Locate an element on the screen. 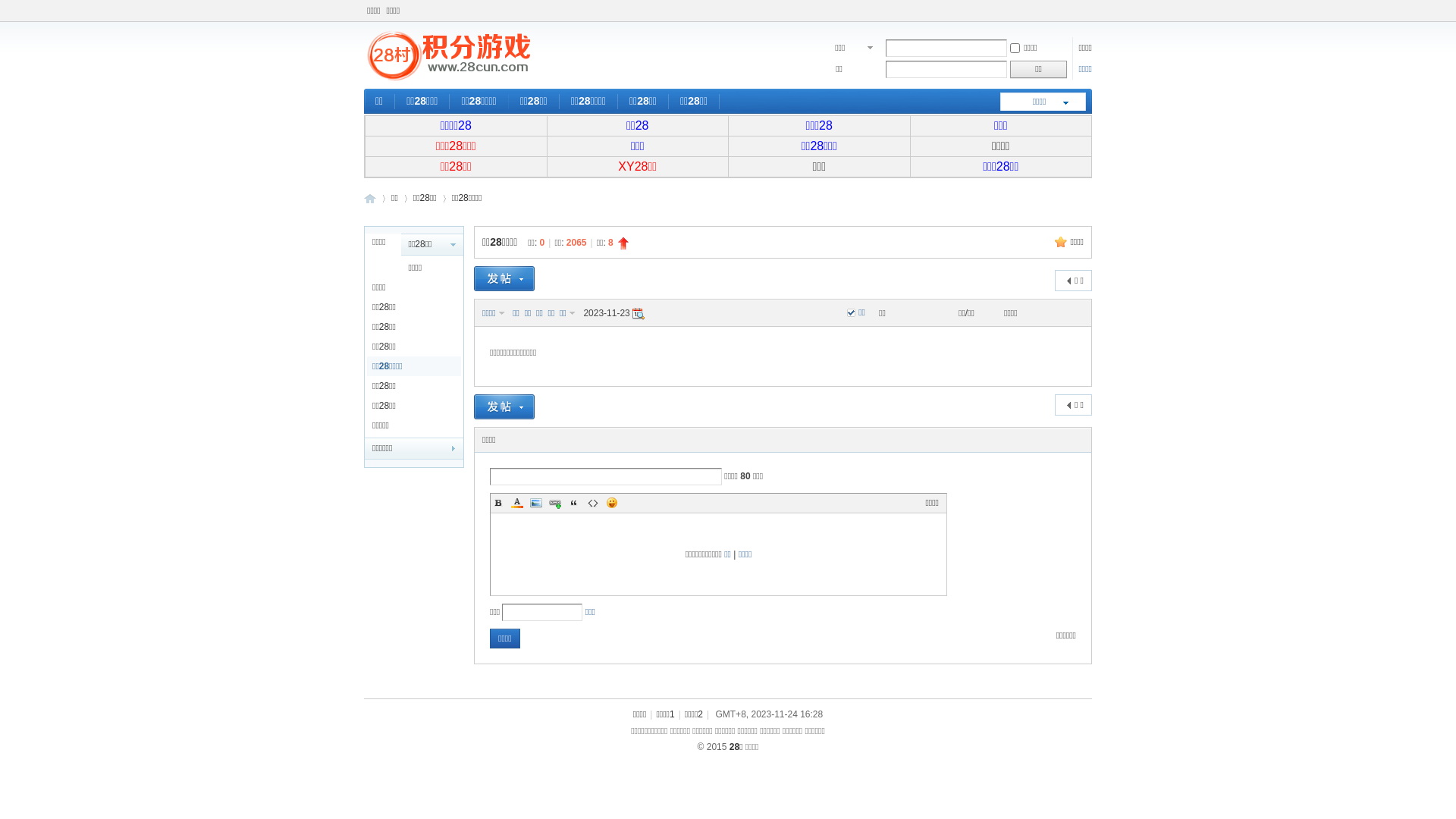  'B' is located at coordinates (498, 503).